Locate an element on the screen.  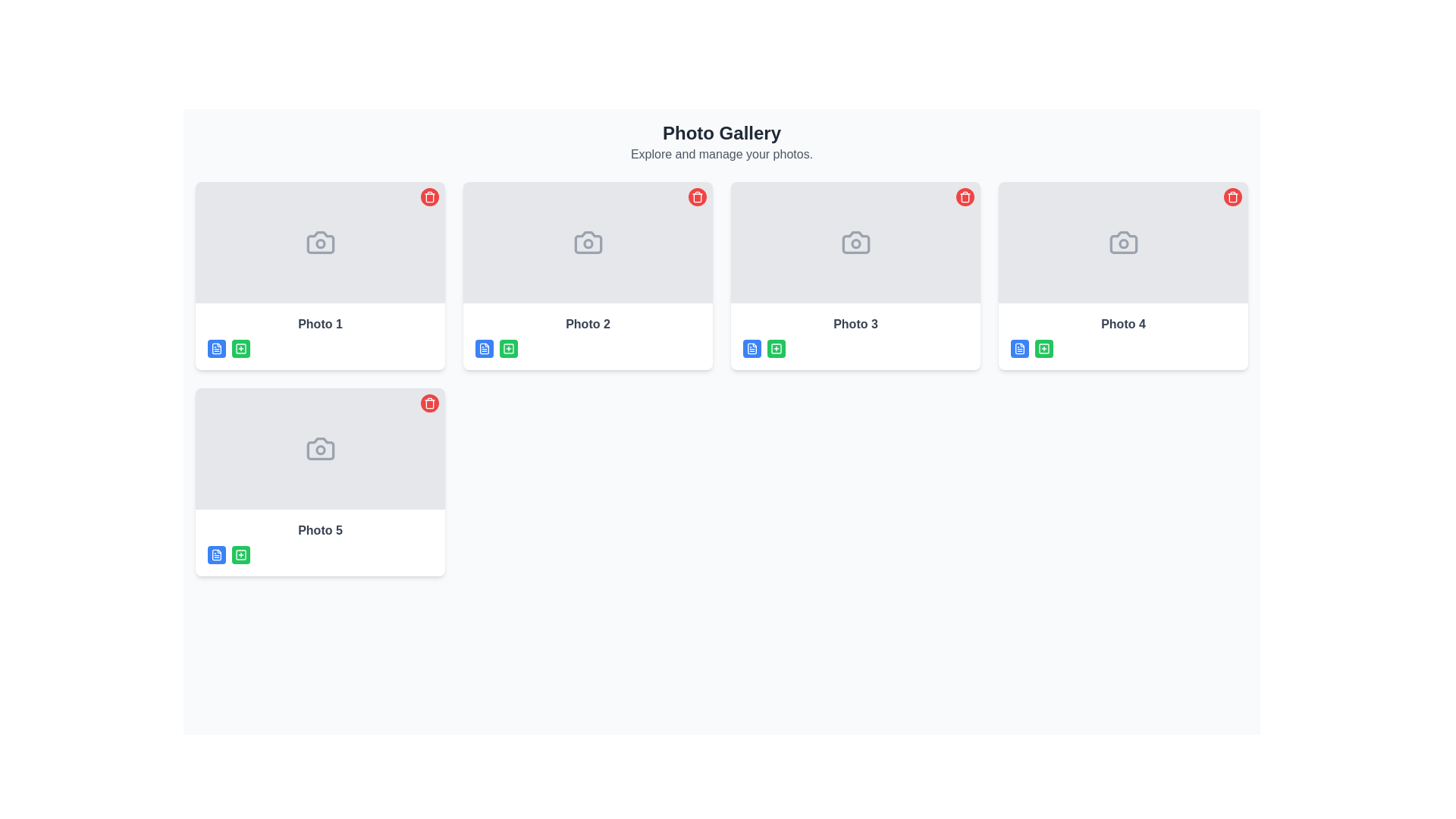
the delete button with an embedded SVG icon located at the top-right corner of the 'Photo 4' image card is located at coordinates (1233, 196).